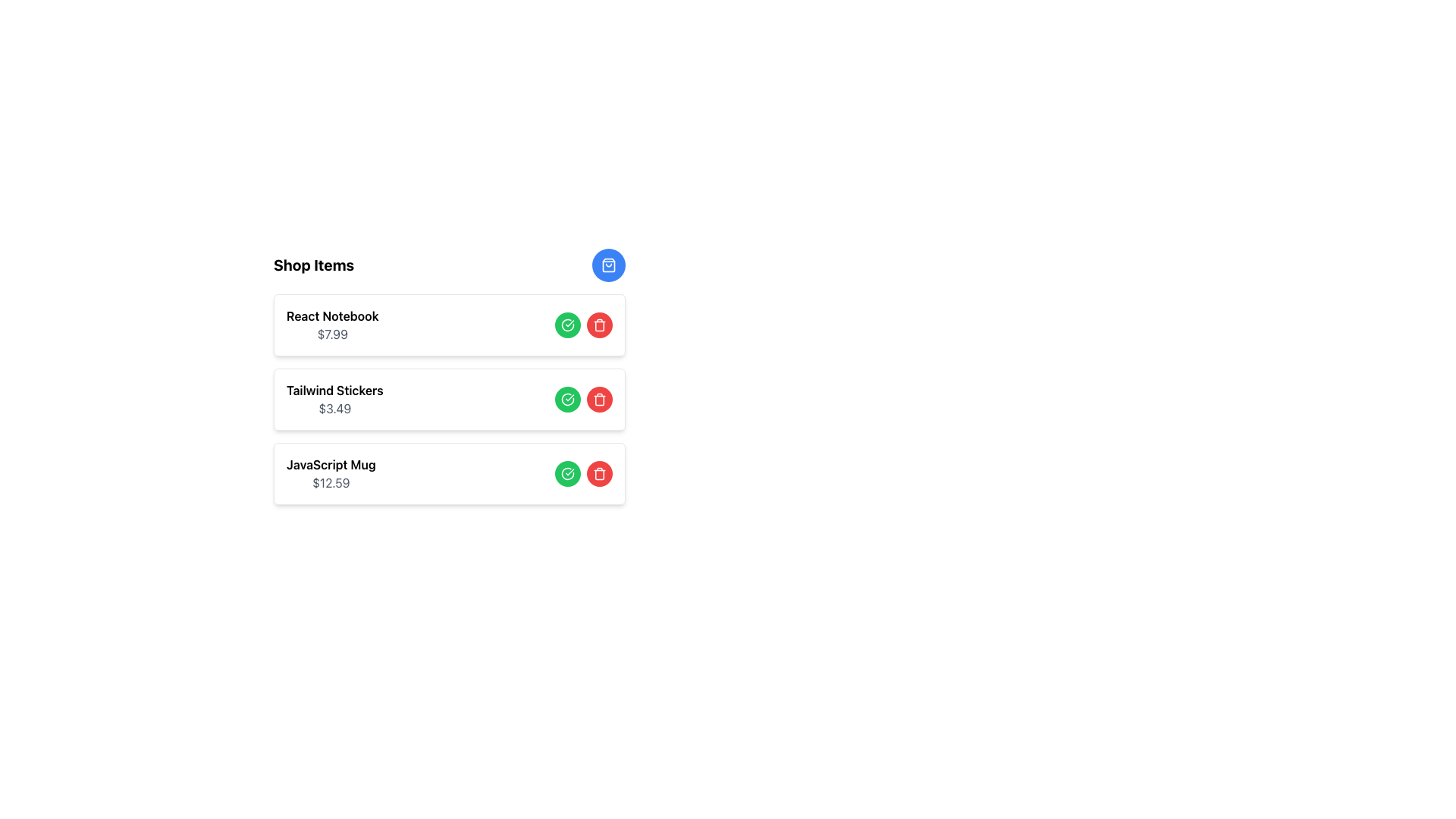 The height and width of the screenshot is (819, 1456). What do you see at coordinates (334, 390) in the screenshot?
I see `the 'Tailwind Stickers' text label, which is bold and positioned above the price label '$3.49' in the second item of the 'Shop Items' list` at bounding box center [334, 390].